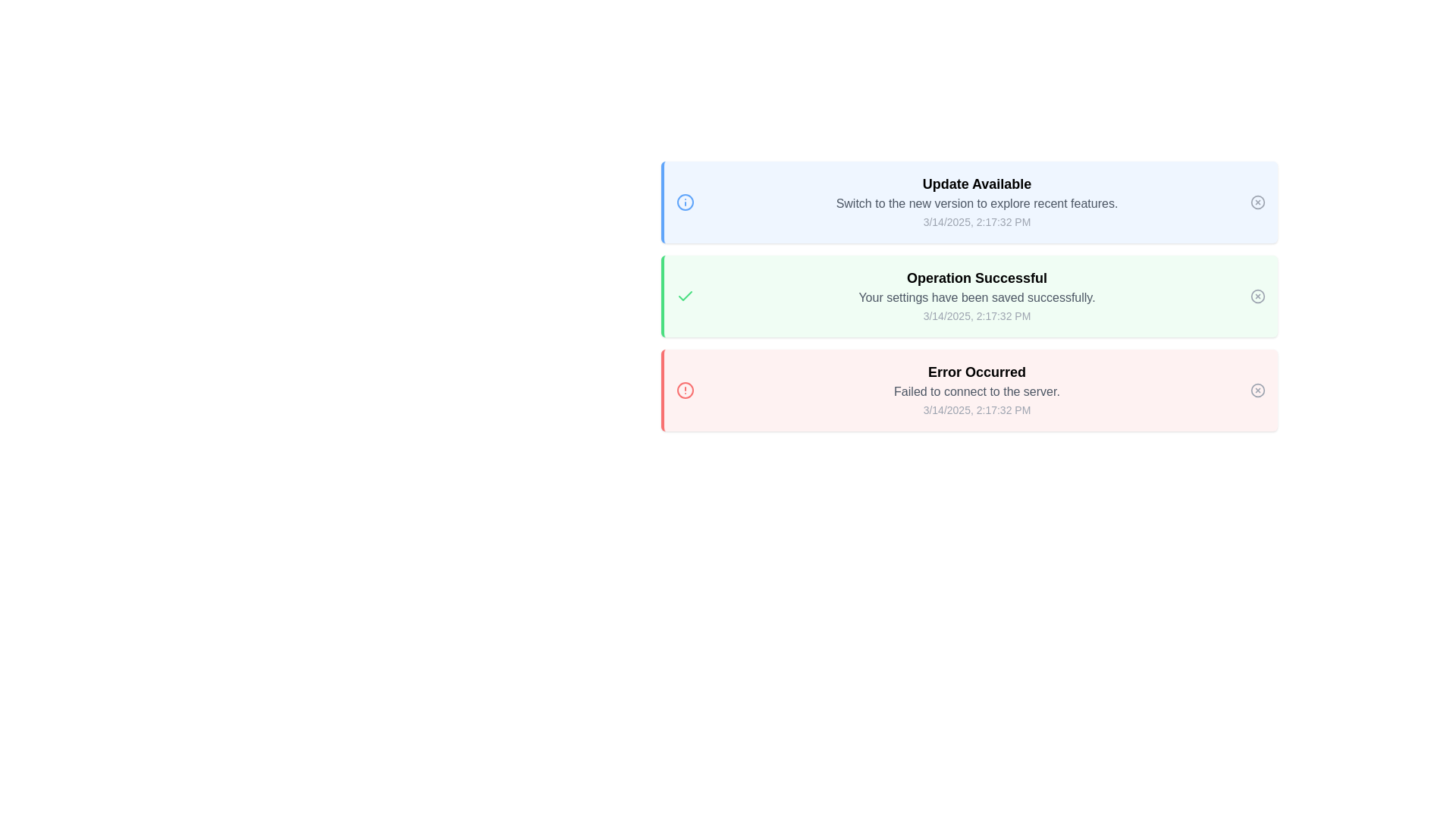 This screenshot has height=819, width=1456. I want to click on the circular informational icon with a blue outline and a white interior, which contains a stylized 'i' symbol, located at the left of the 'Update Available' notification box, so click(684, 201).